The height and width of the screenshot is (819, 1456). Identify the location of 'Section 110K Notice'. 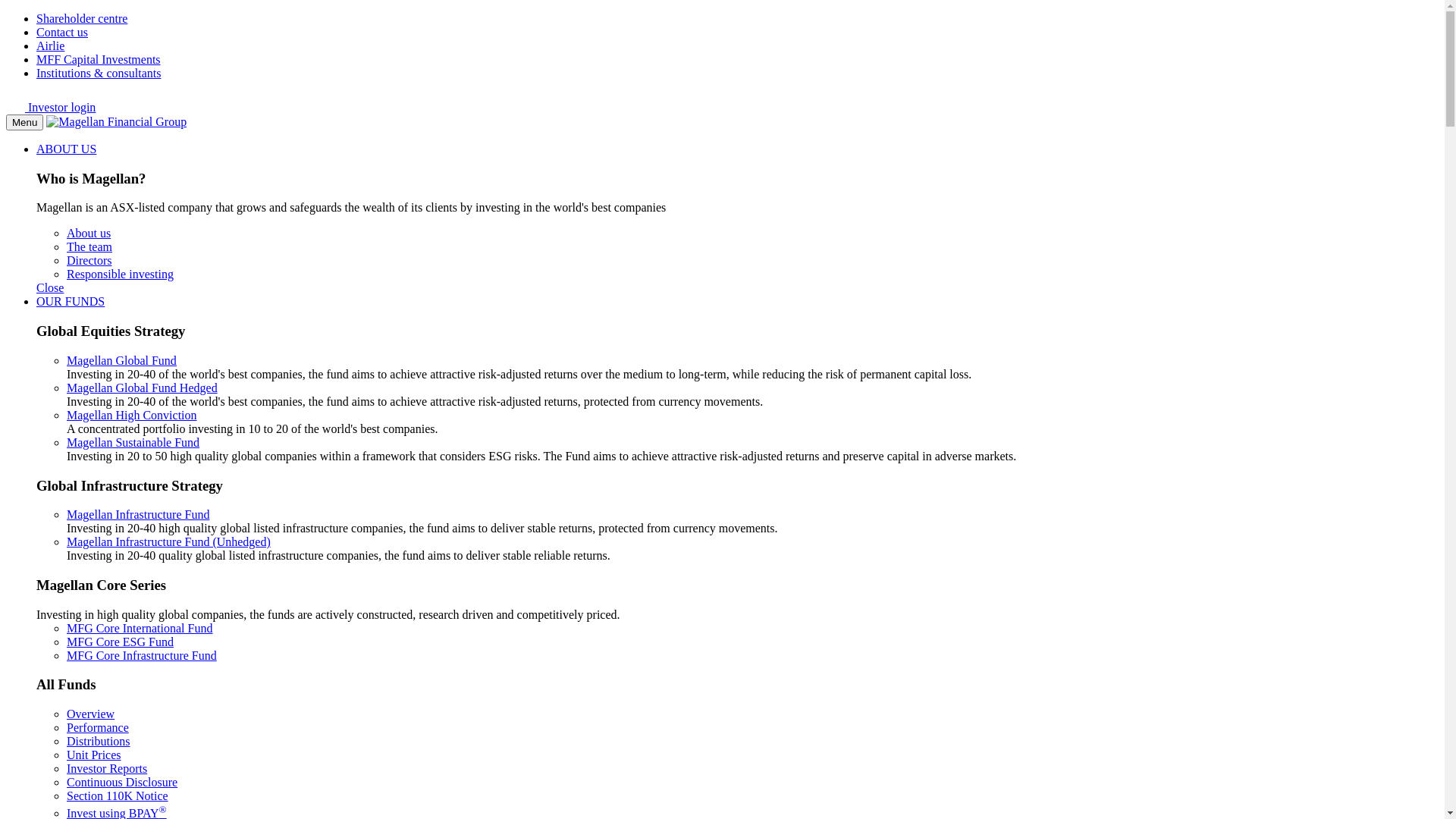
(116, 795).